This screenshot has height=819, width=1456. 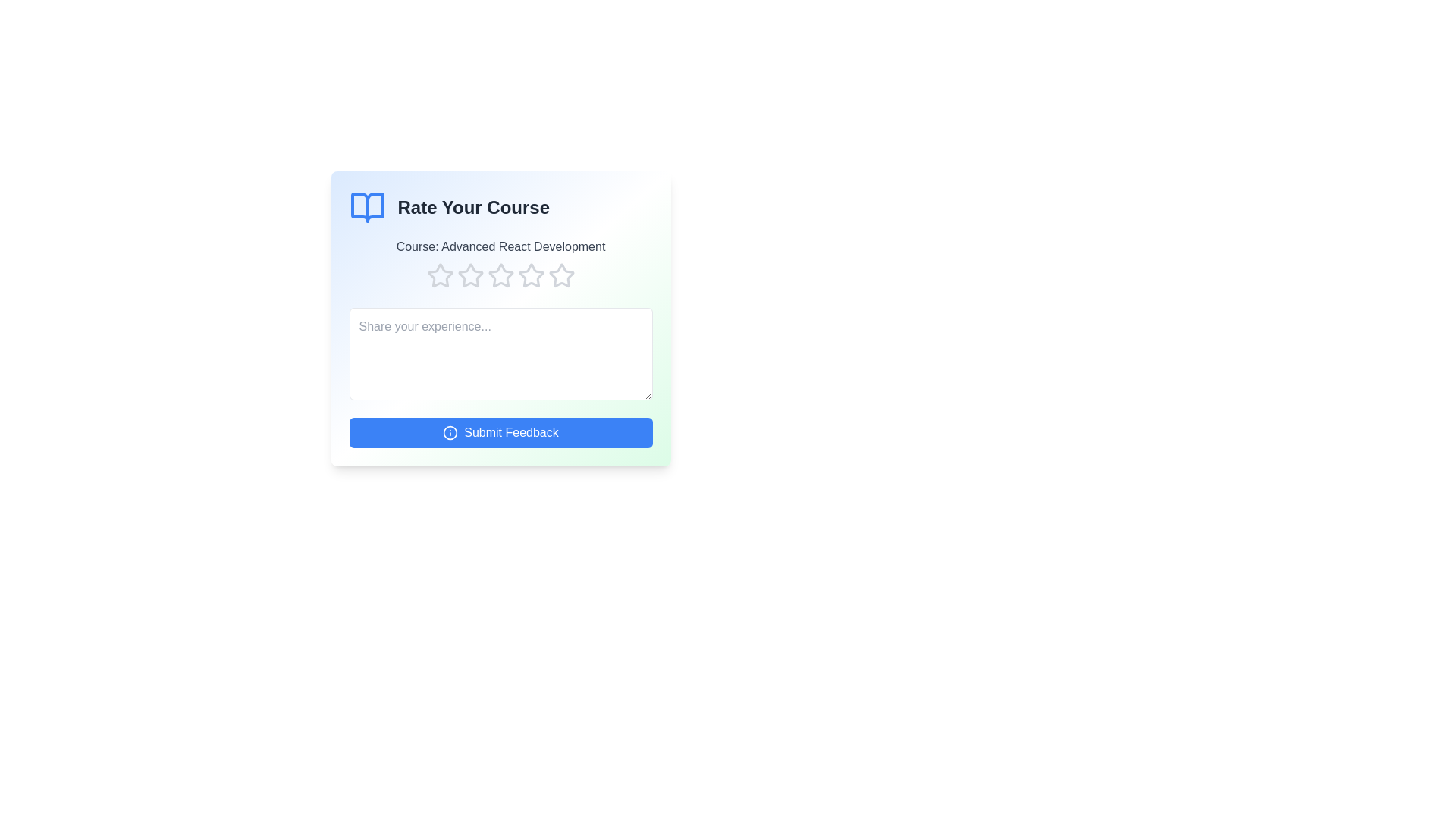 What do you see at coordinates (439, 275) in the screenshot?
I see `the course rating to 1 stars by clicking on the corresponding star` at bounding box center [439, 275].